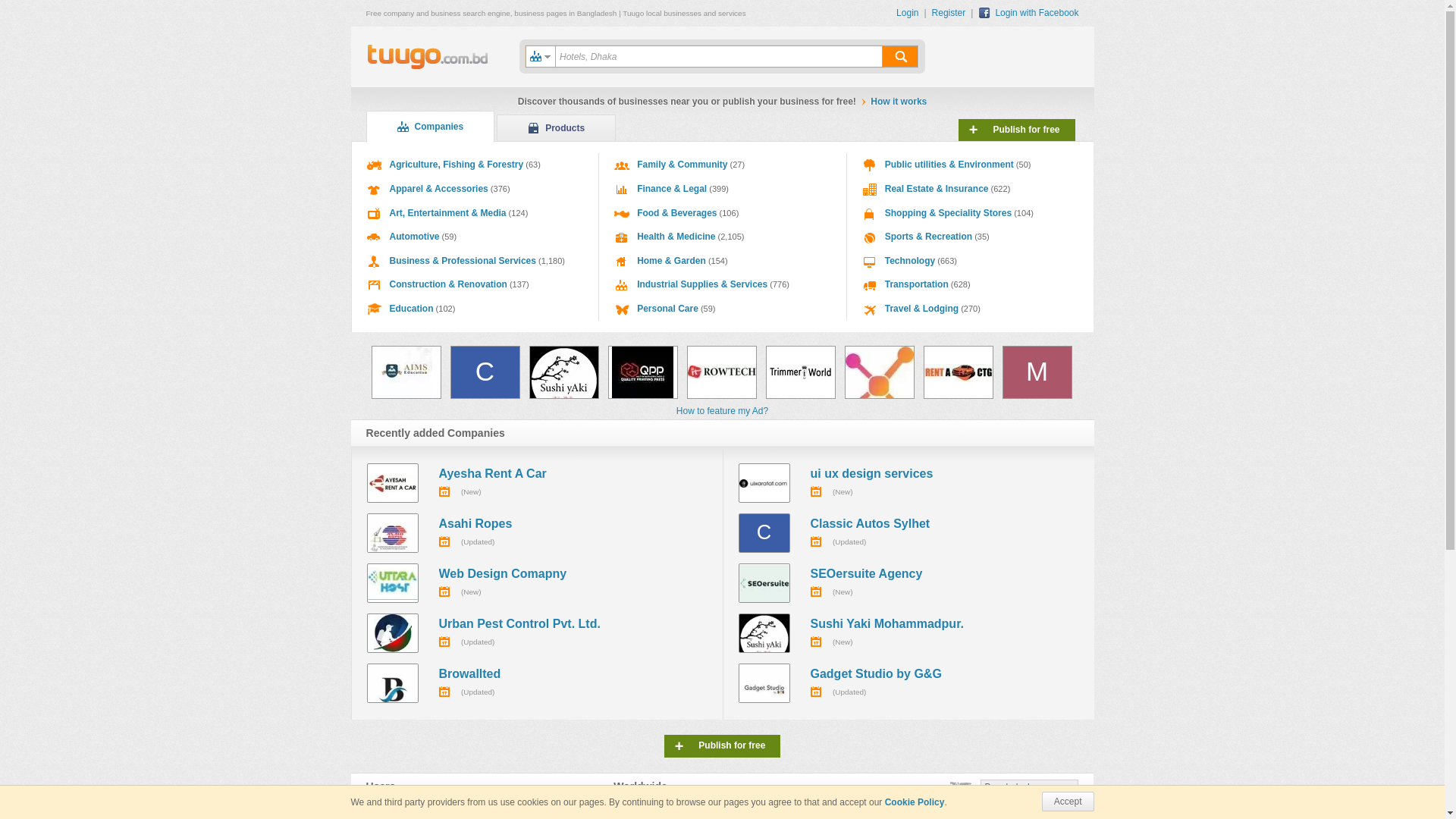 The image size is (1456, 819). I want to click on ' Construction & Renovation (137)', so click(475, 284).